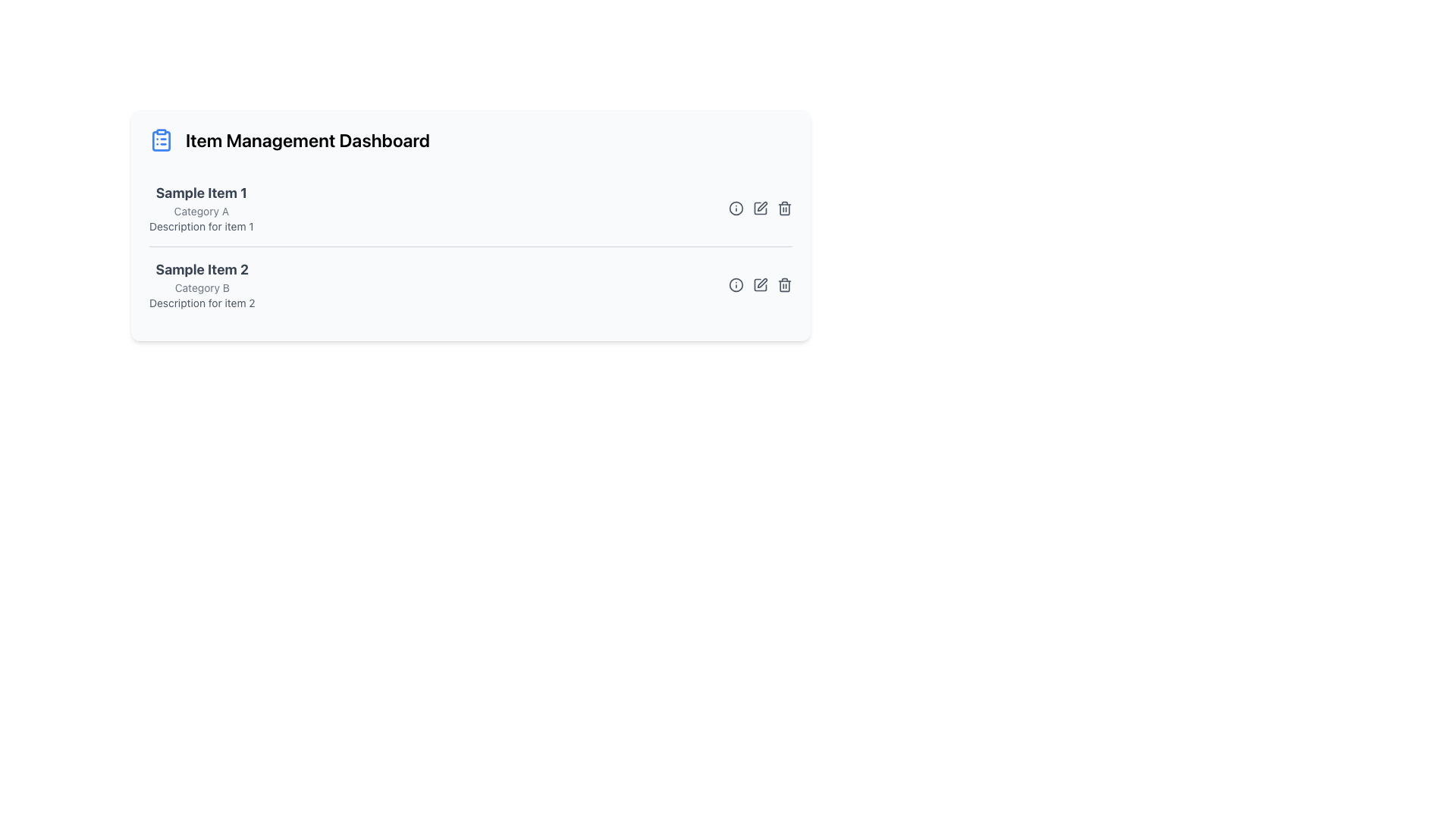 The image size is (1456, 819). Describe the element at coordinates (762, 283) in the screenshot. I see `the inner pen icon of the edit control located in the action area of 'Sample Item 2' in the list, which indicates a modification action` at that location.